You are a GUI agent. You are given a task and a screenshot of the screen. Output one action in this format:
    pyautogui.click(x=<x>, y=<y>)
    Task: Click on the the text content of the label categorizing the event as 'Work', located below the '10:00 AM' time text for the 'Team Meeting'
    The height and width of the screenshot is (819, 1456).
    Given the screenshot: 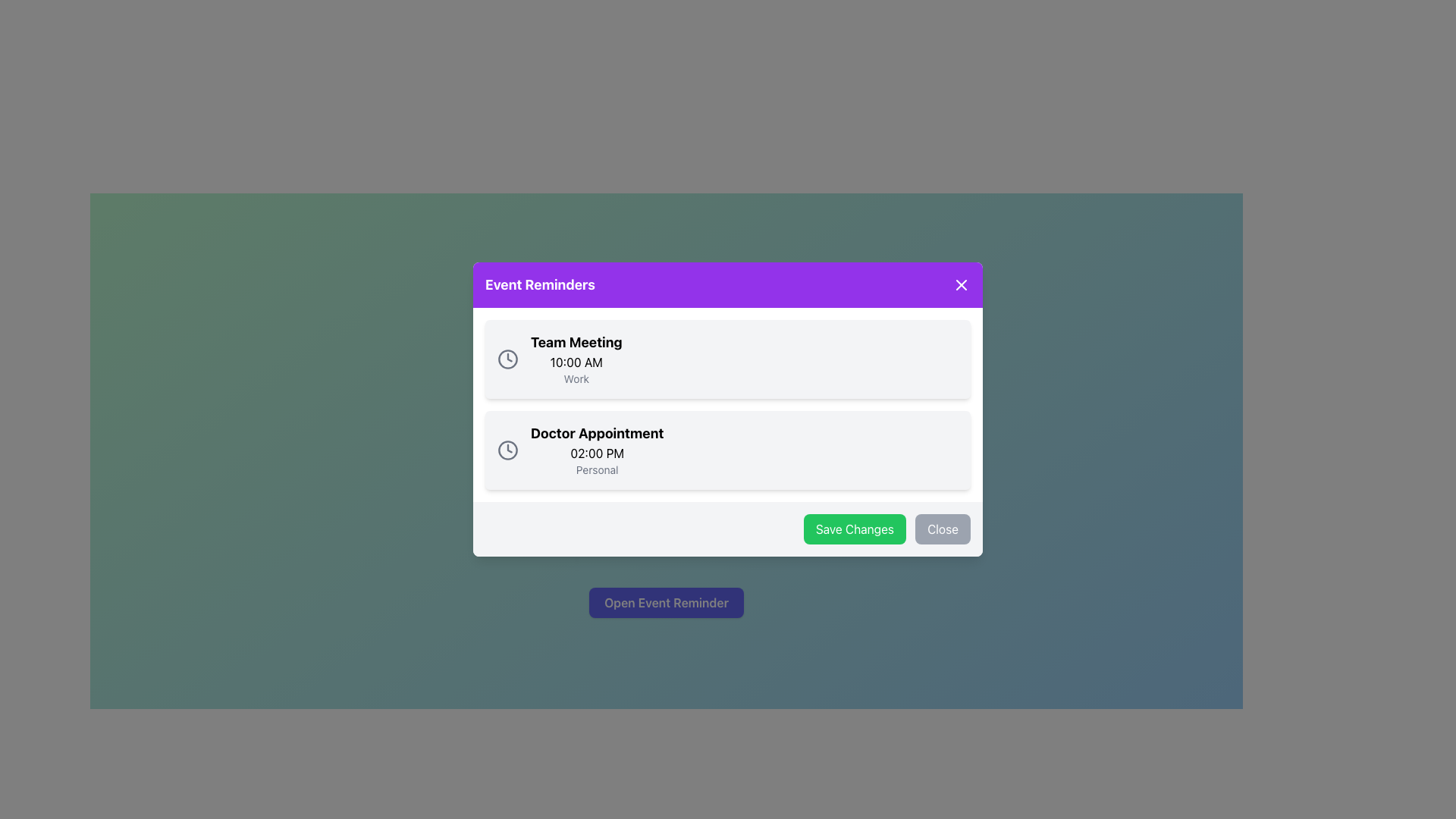 What is the action you would take?
    pyautogui.click(x=576, y=378)
    